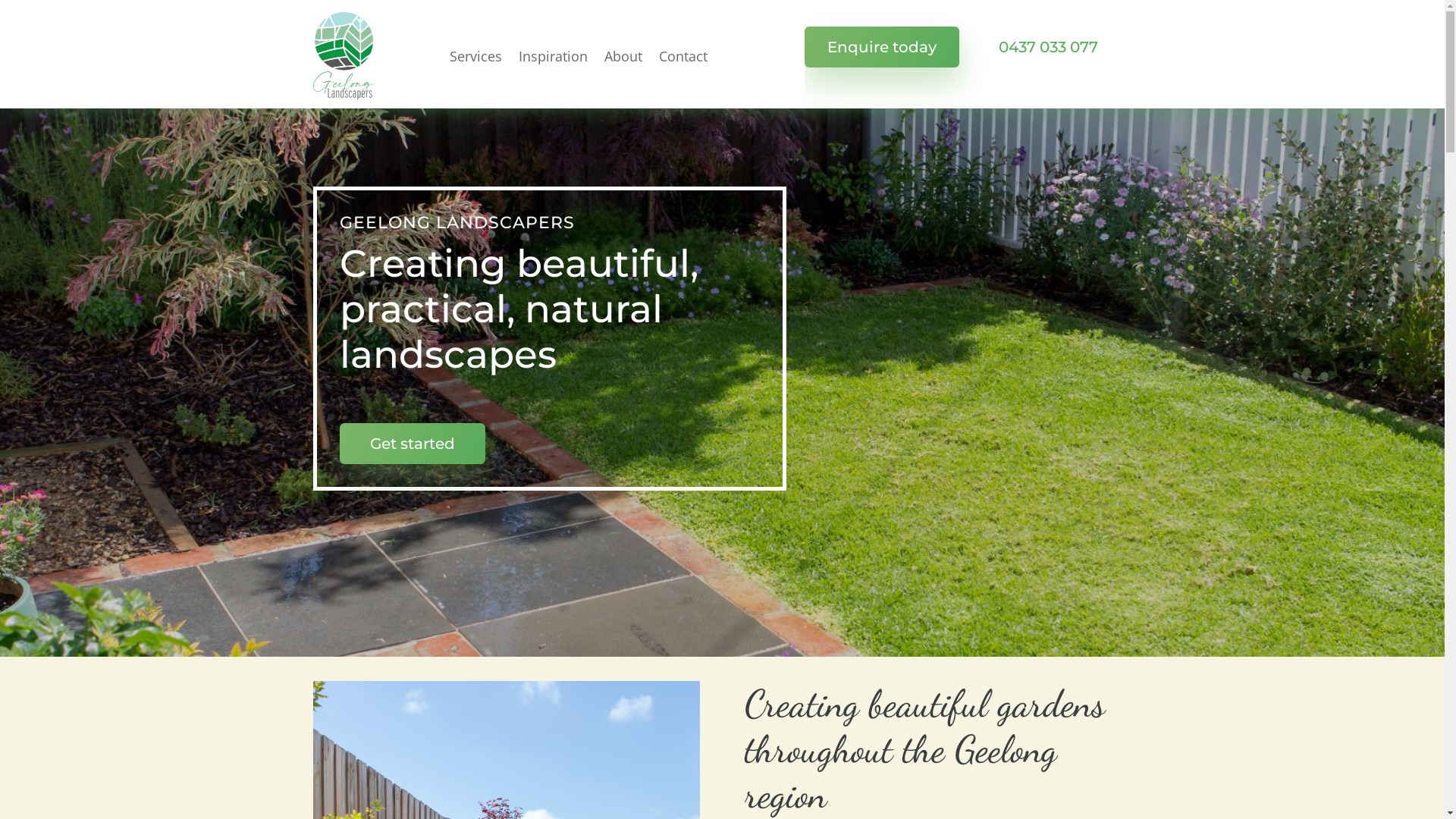 This screenshot has width=1456, height=819. I want to click on 'Enquire today', so click(803, 45).